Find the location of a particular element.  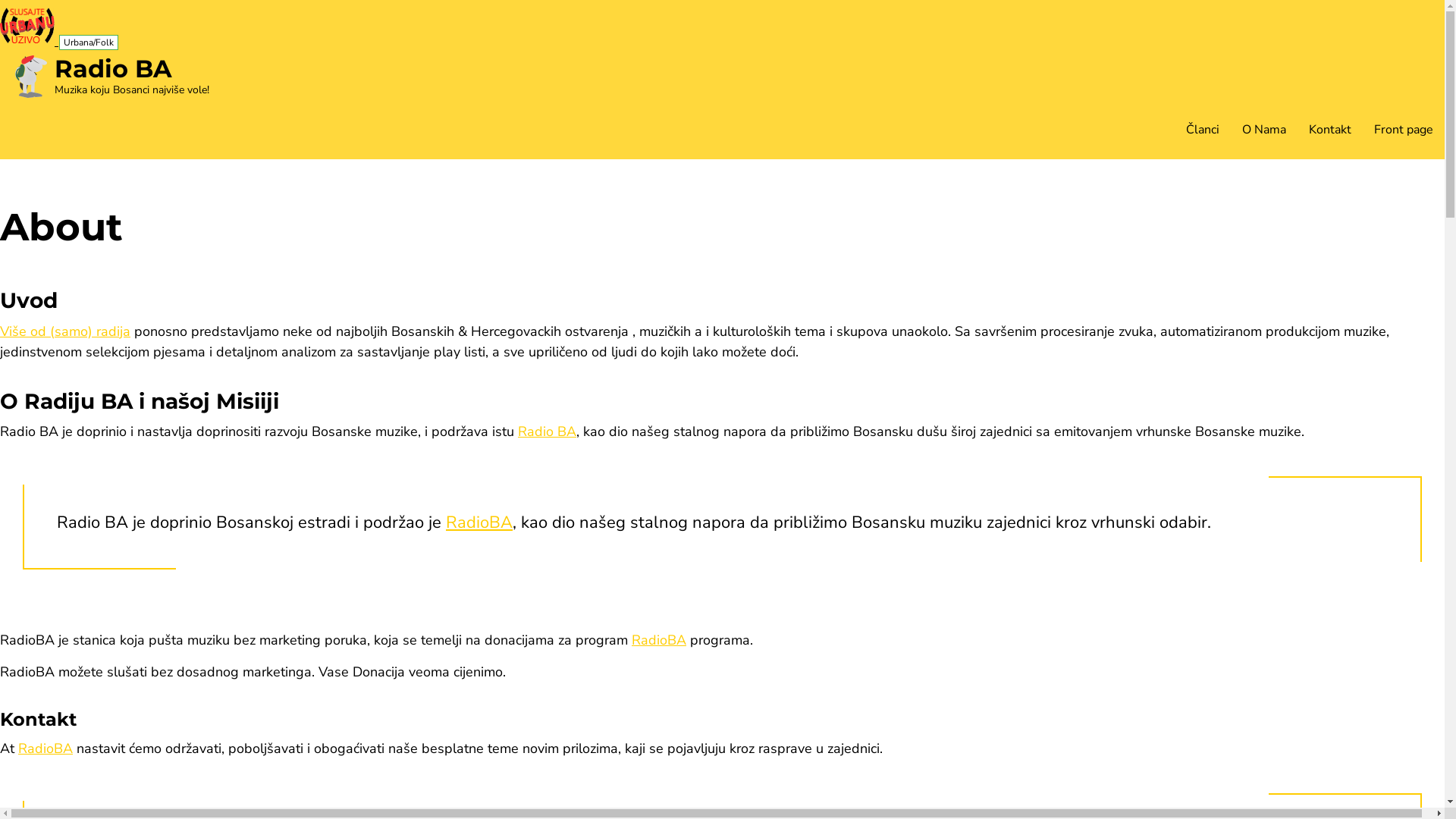

'Radio BA' is located at coordinates (546, 431).